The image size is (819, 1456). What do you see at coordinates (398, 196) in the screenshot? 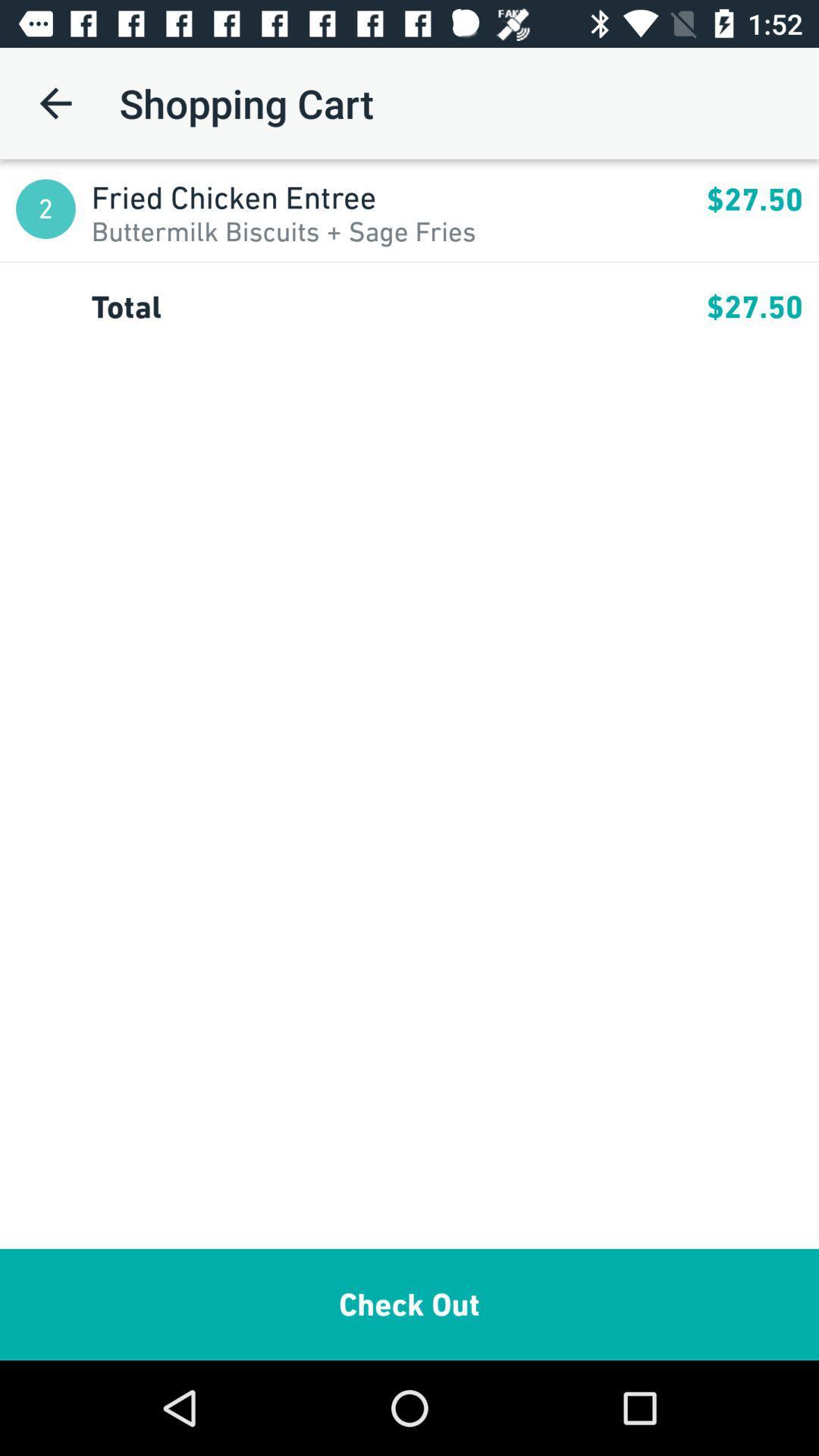
I see `icon to the left of the $27.50 item` at bounding box center [398, 196].